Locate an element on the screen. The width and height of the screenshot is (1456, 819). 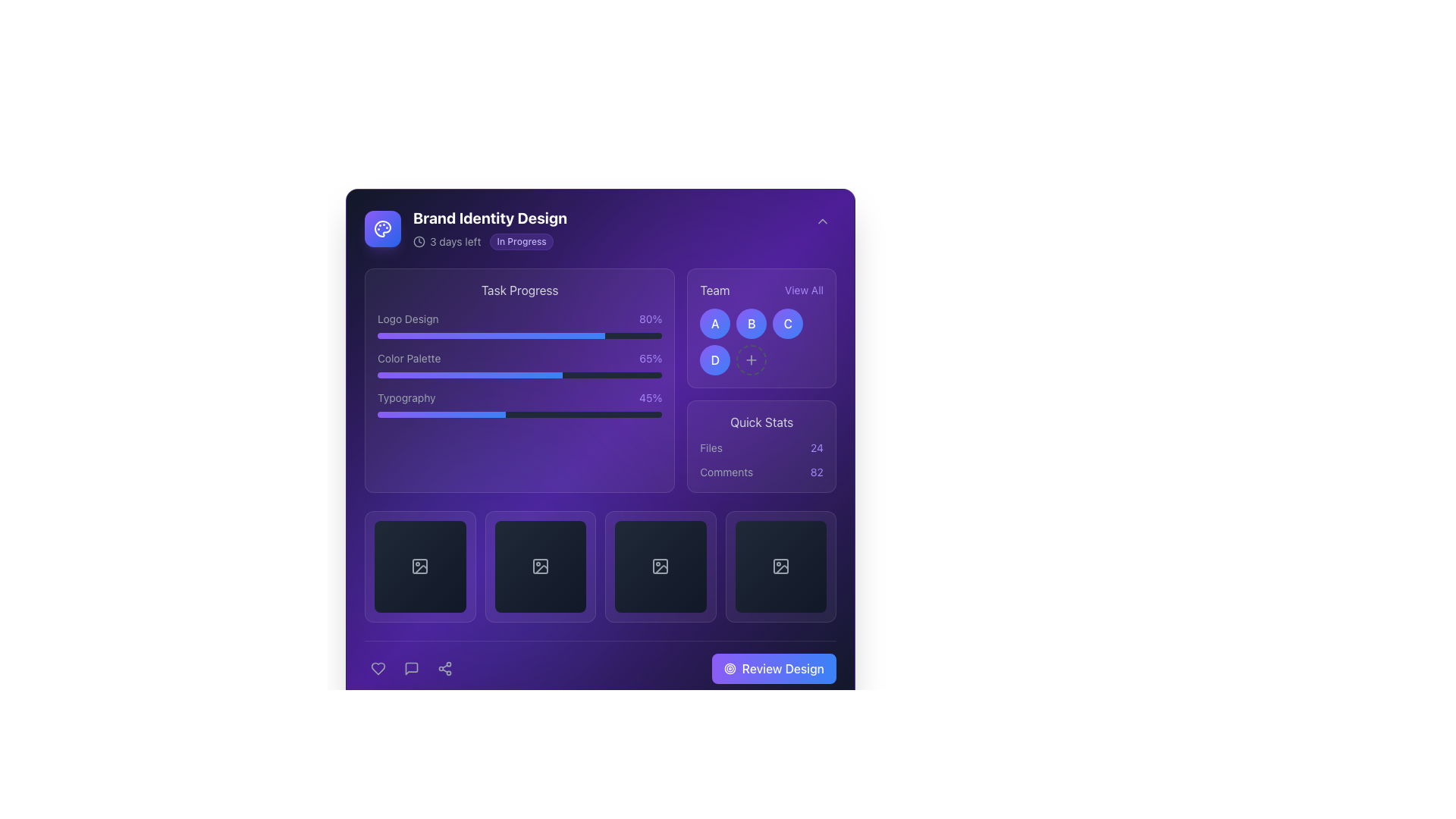
information displayed in the informational display block located at the top-left section of the UI, above the 'Task Progress' area is located at coordinates (465, 228).